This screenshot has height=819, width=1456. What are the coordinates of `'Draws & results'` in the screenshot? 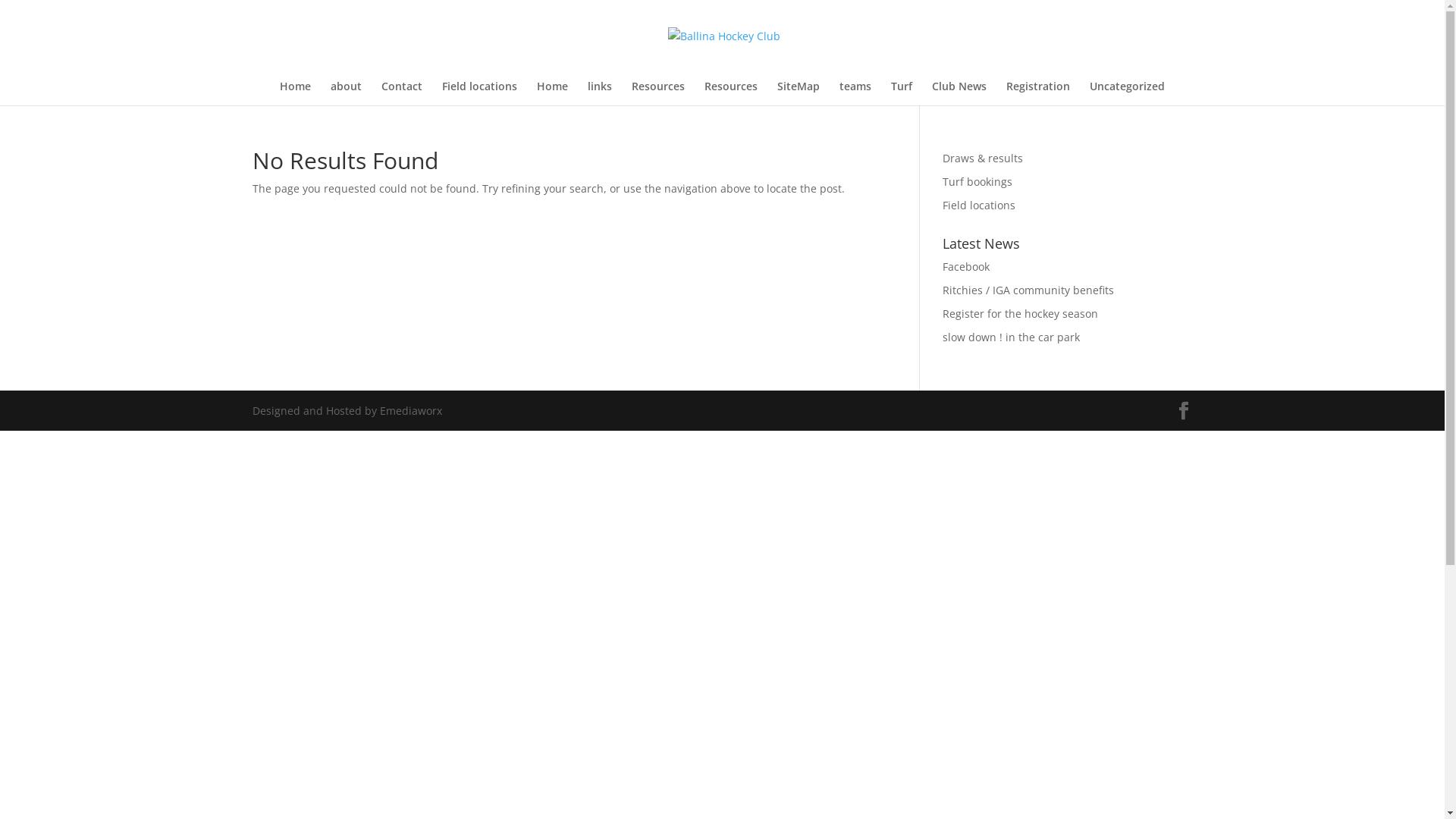 It's located at (983, 158).